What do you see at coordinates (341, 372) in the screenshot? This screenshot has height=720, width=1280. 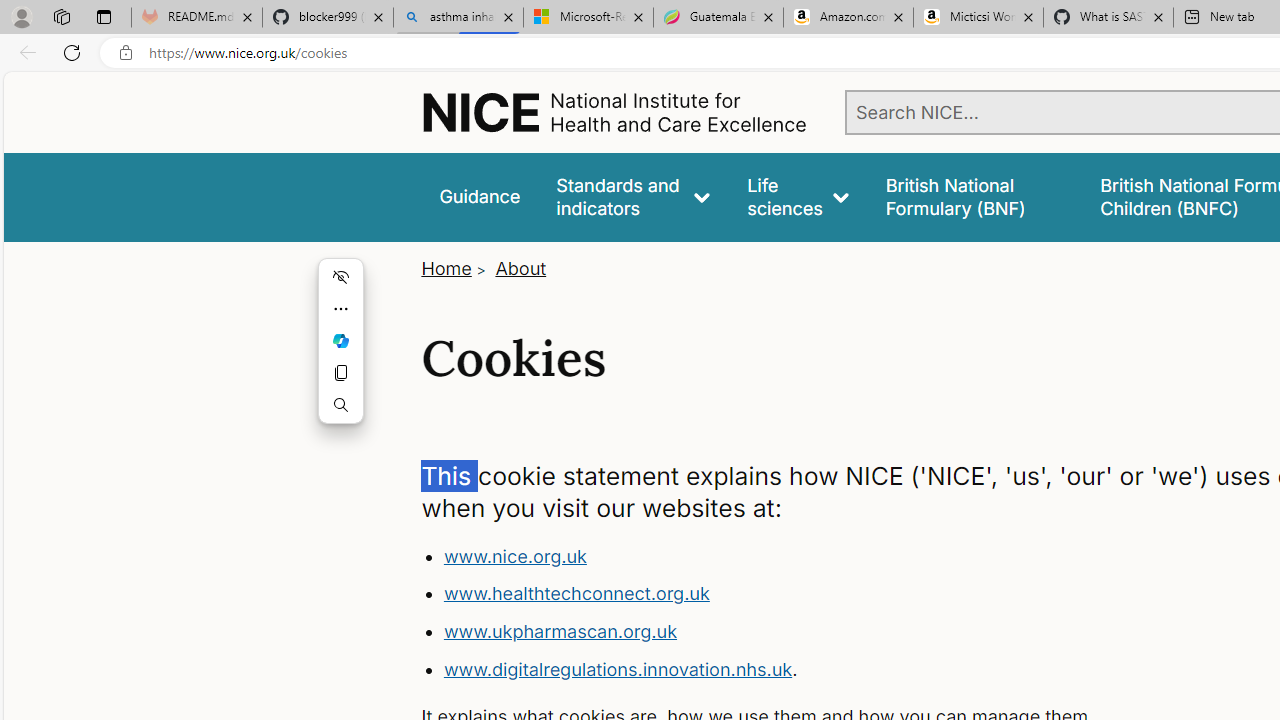 I see `'Copy'` at bounding box center [341, 372].